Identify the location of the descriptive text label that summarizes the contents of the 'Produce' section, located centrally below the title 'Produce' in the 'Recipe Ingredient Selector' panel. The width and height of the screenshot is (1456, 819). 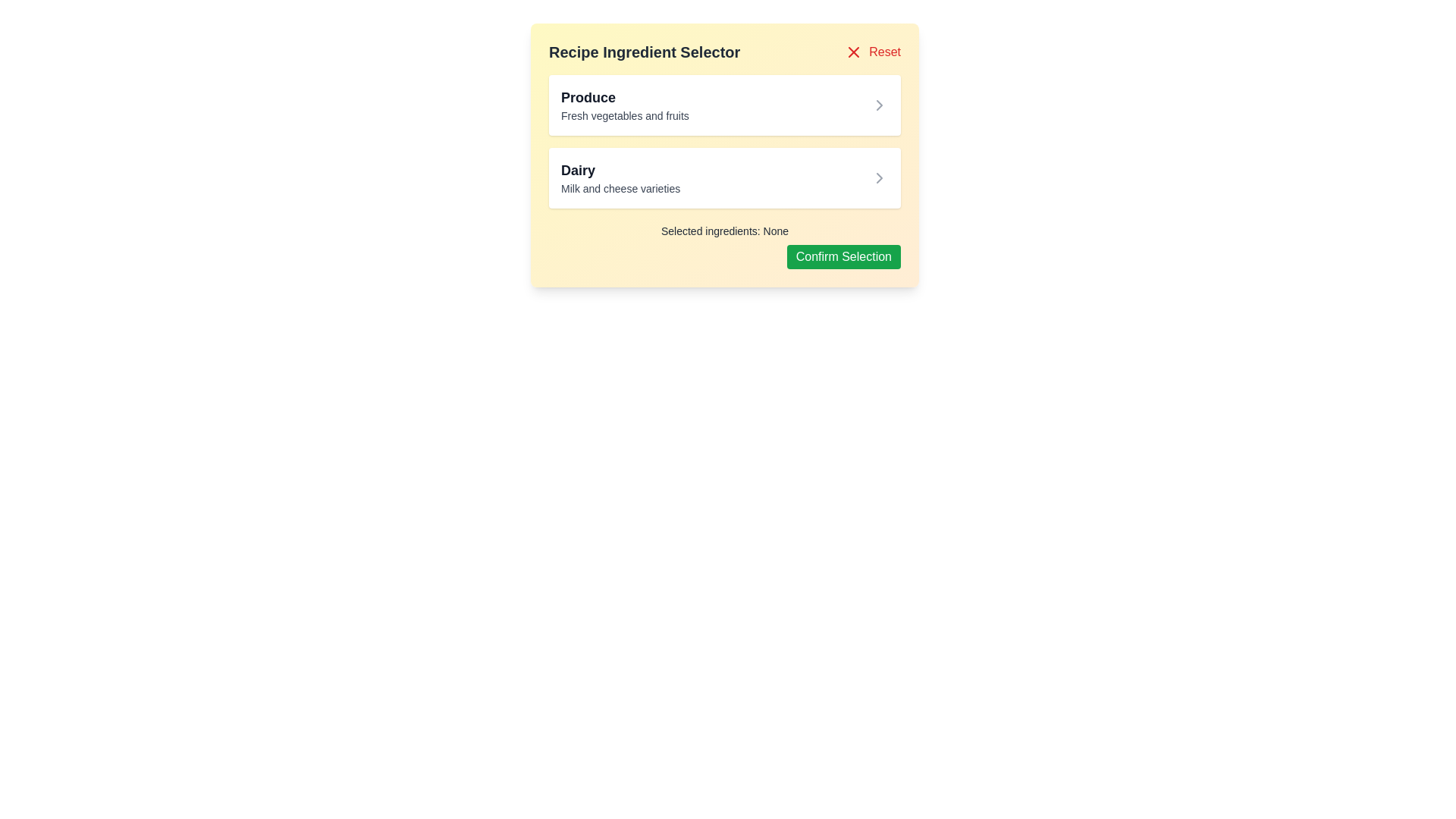
(625, 115).